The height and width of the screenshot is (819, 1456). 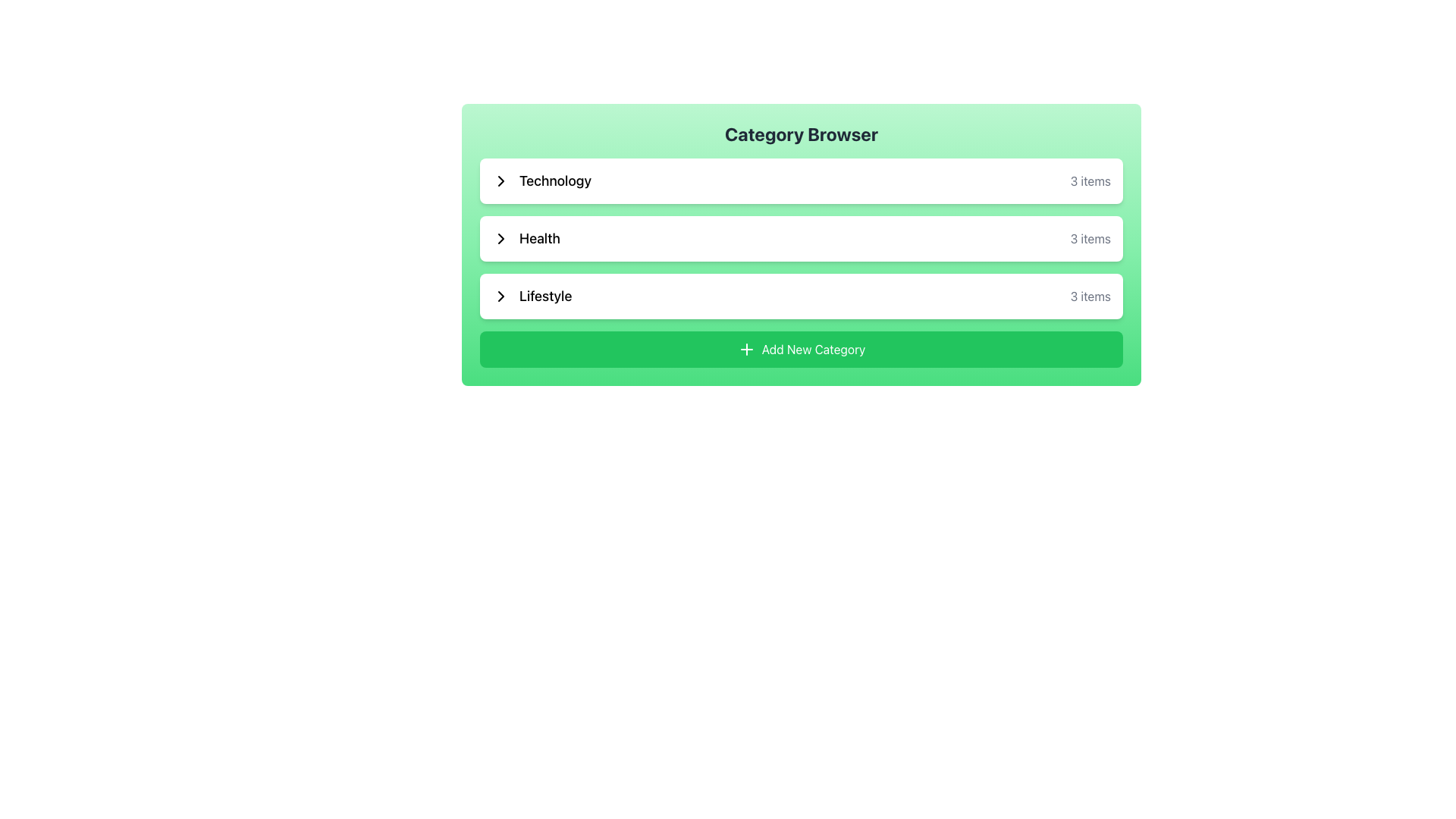 What do you see at coordinates (545, 296) in the screenshot?
I see `the 'Lifestyle' category label in the category browser` at bounding box center [545, 296].